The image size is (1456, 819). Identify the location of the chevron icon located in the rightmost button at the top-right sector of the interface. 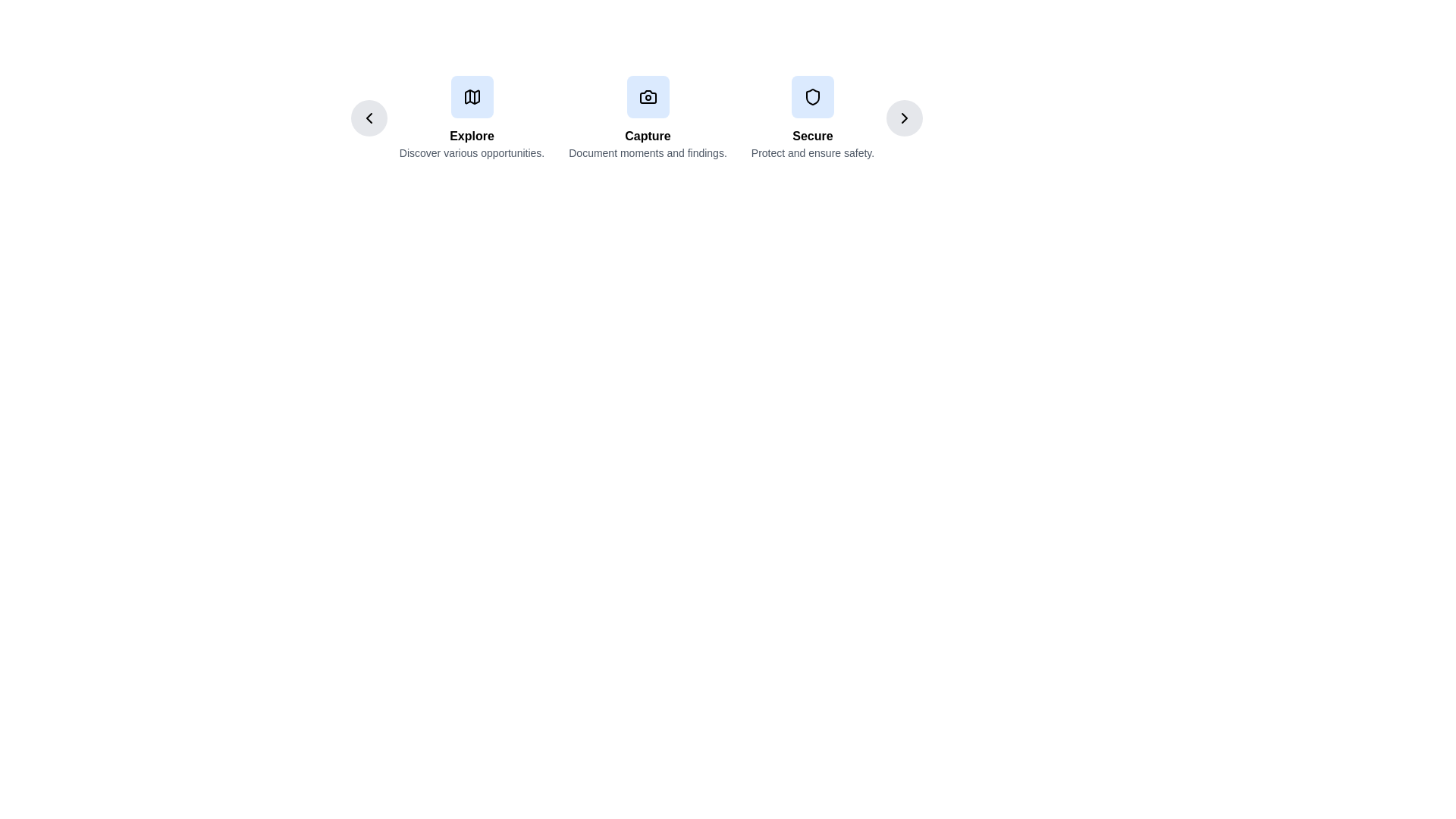
(905, 117).